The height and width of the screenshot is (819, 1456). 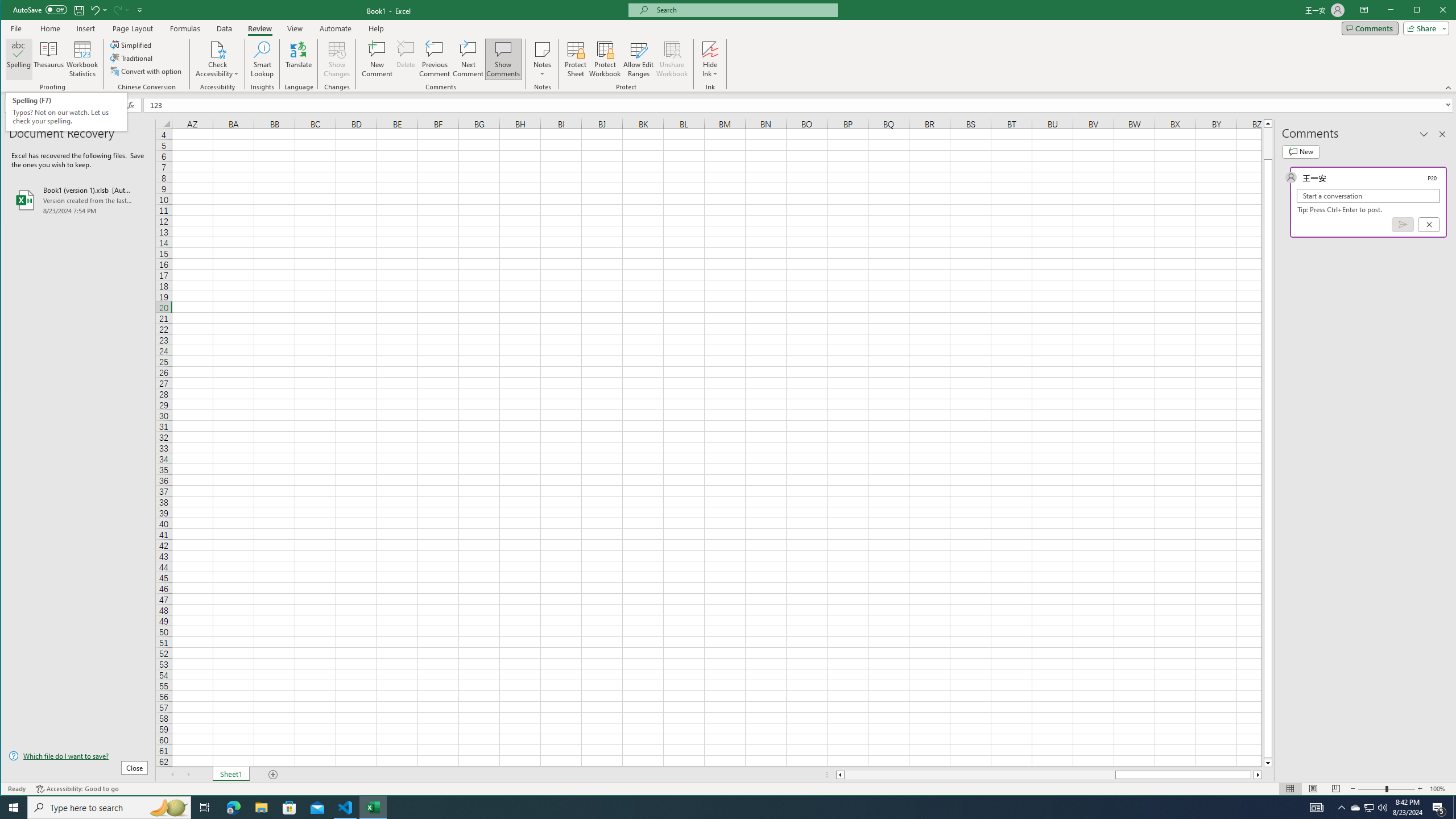 I want to click on 'Page up', so click(x=1268, y=142).